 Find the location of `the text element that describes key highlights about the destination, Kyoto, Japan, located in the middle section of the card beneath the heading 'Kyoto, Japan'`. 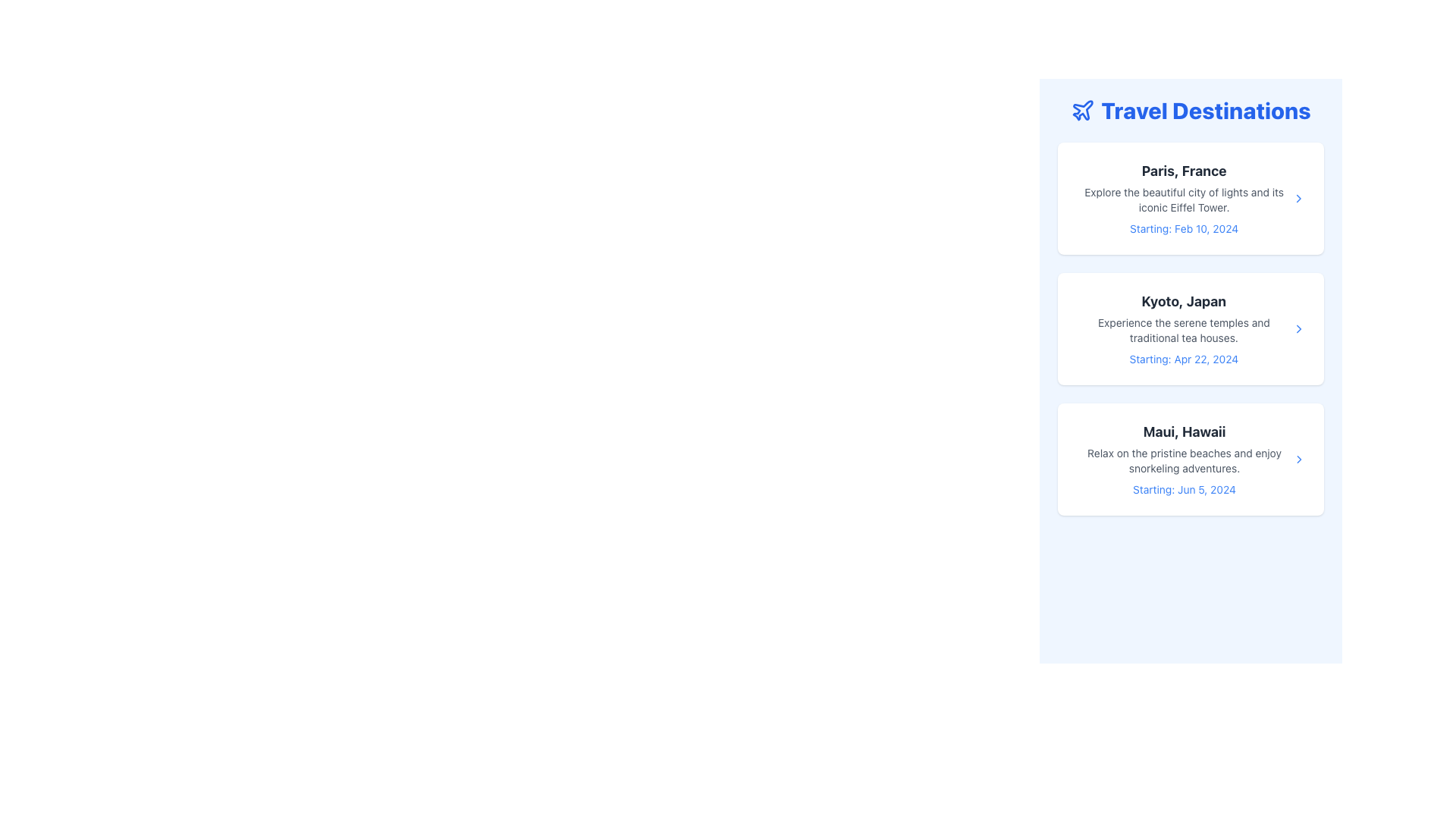

the text element that describes key highlights about the destination, Kyoto, Japan, located in the middle section of the card beneath the heading 'Kyoto, Japan' is located at coordinates (1183, 329).